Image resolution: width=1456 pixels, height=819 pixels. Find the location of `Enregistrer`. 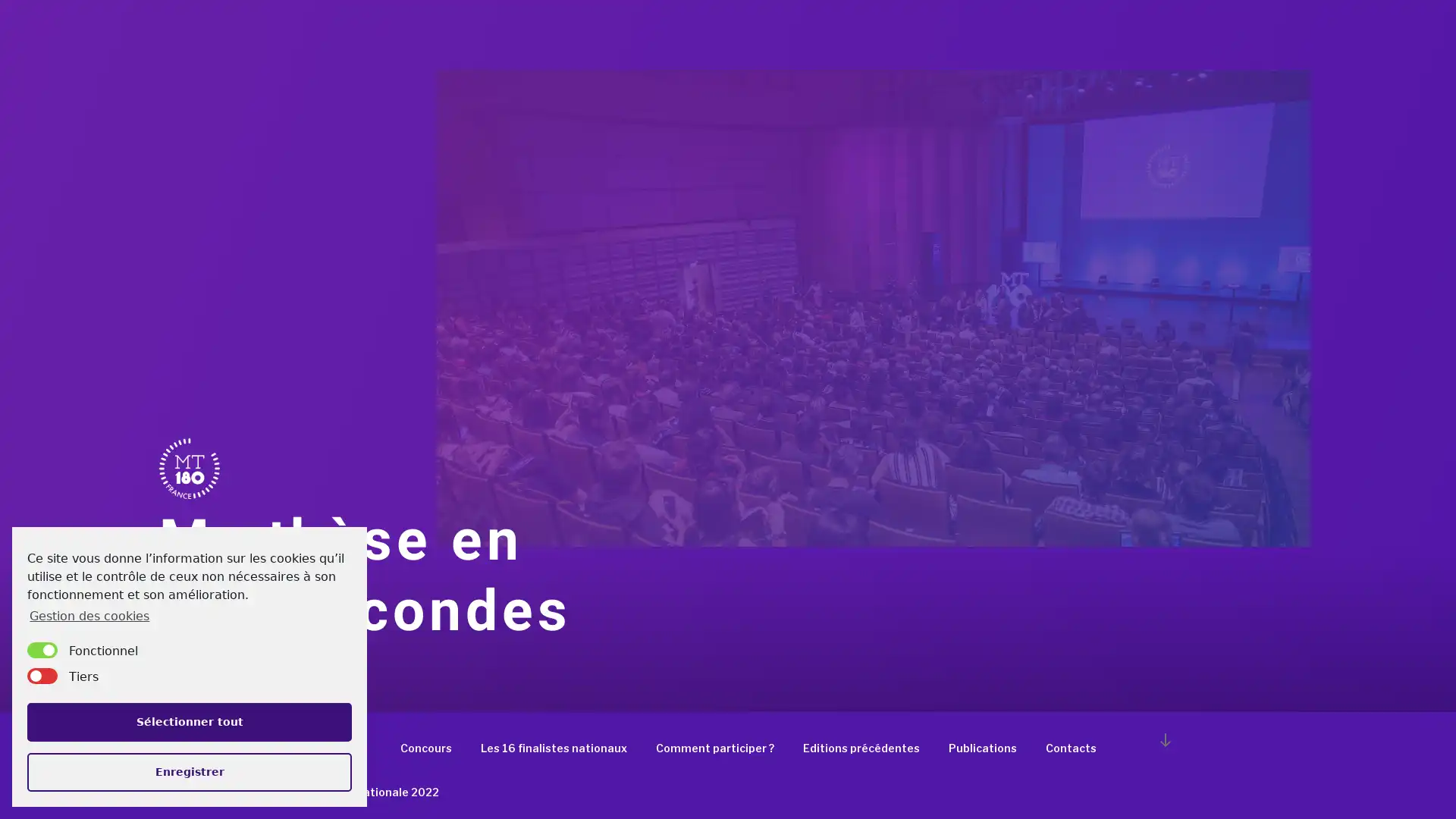

Enregistrer is located at coordinates (188, 771).